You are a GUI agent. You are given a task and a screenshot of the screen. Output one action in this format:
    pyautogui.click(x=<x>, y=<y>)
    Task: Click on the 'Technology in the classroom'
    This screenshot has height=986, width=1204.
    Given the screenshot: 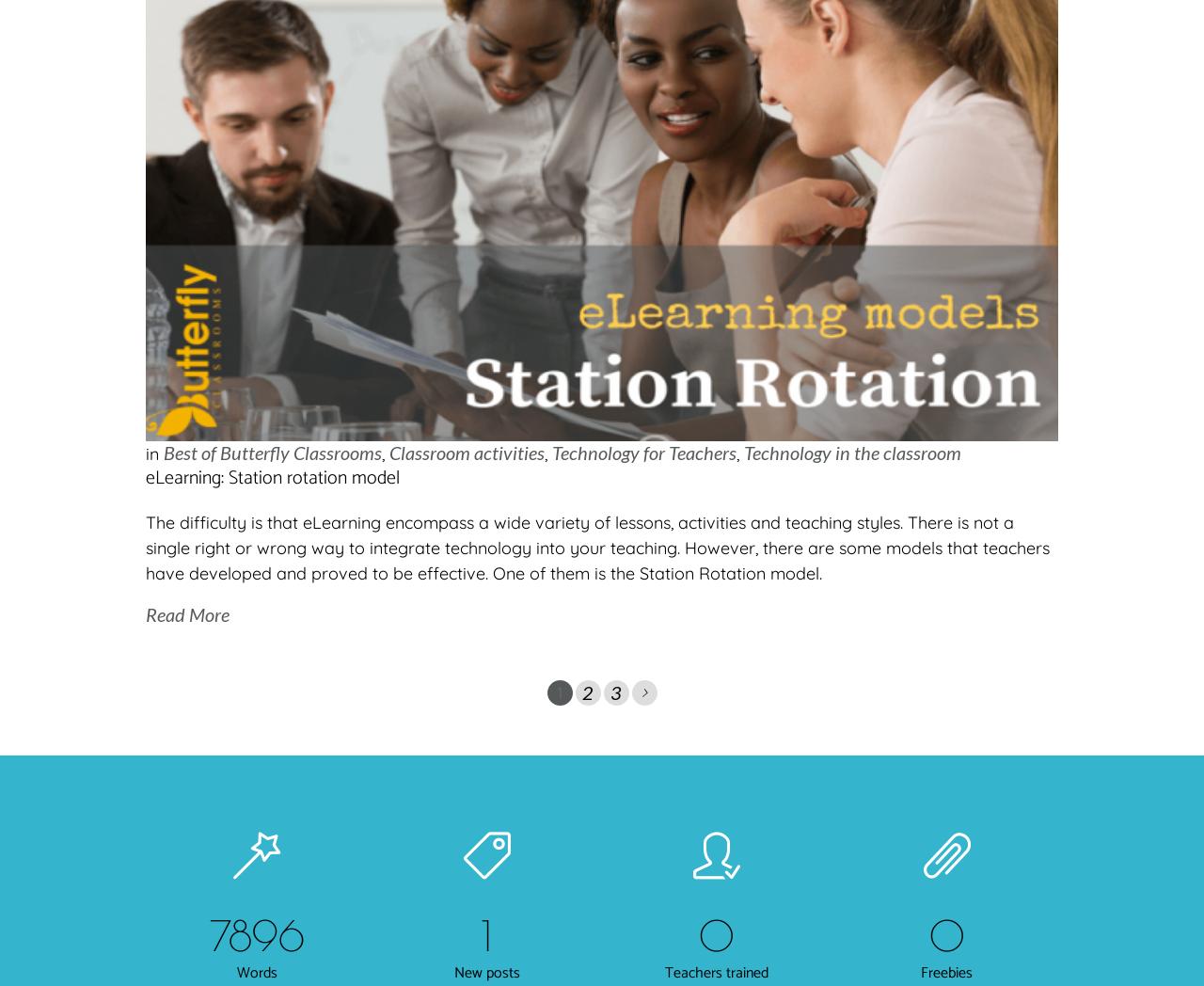 What is the action you would take?
    pyautogui.click(x=851, y=450)
    